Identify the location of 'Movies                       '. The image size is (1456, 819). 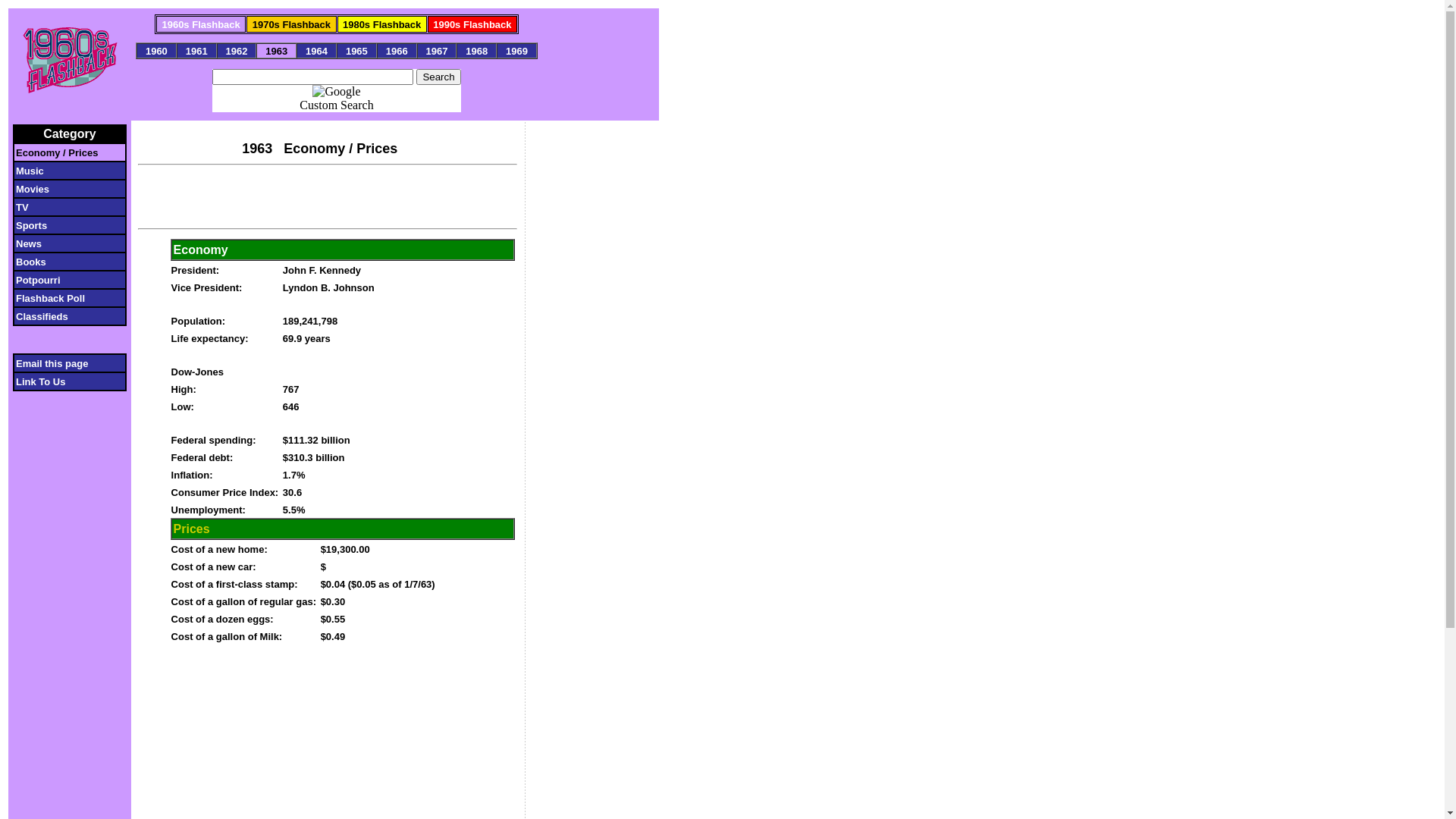
(63, 187).